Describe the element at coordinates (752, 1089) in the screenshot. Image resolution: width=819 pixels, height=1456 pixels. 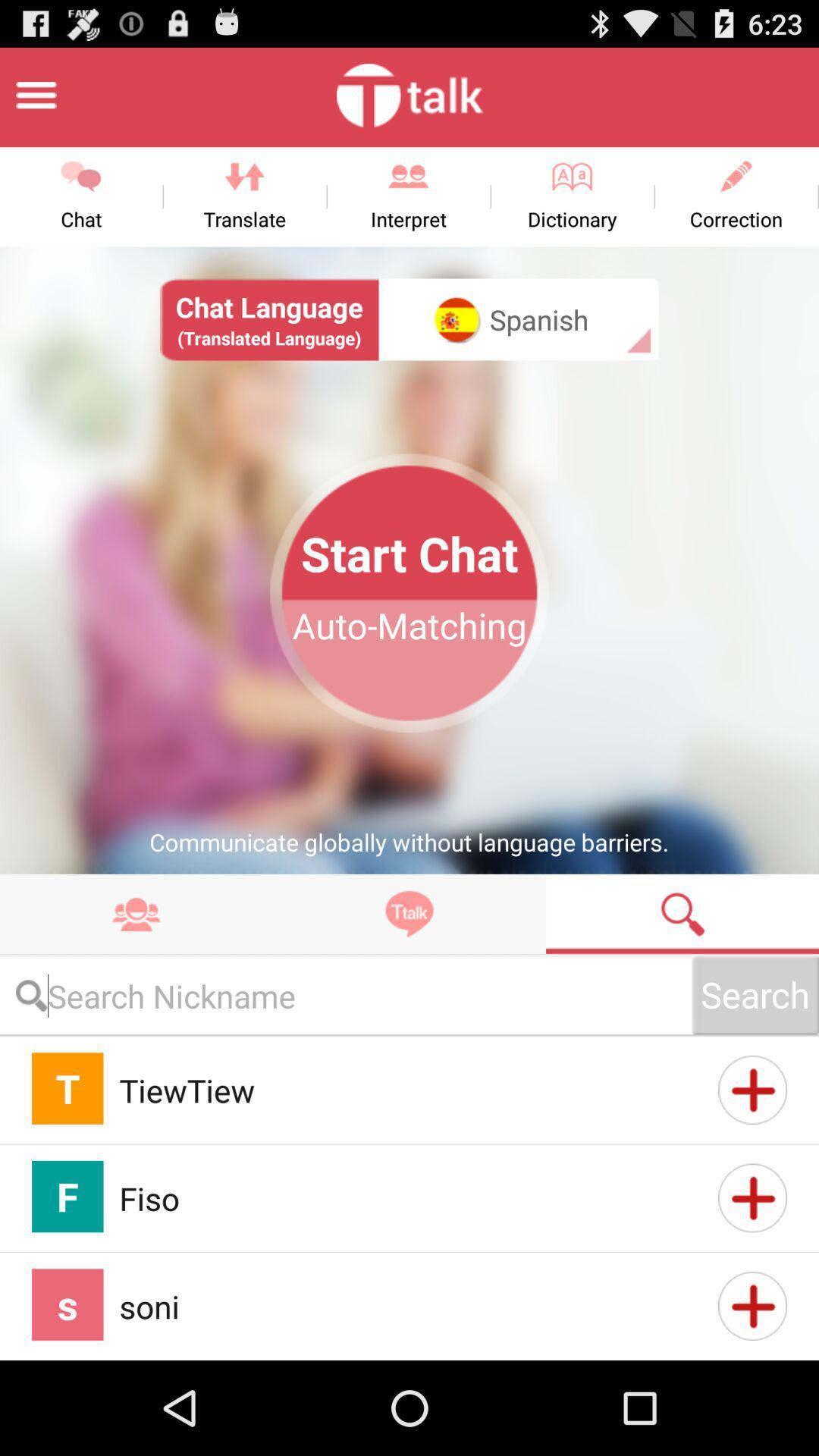
I see `click for more information` at that location.